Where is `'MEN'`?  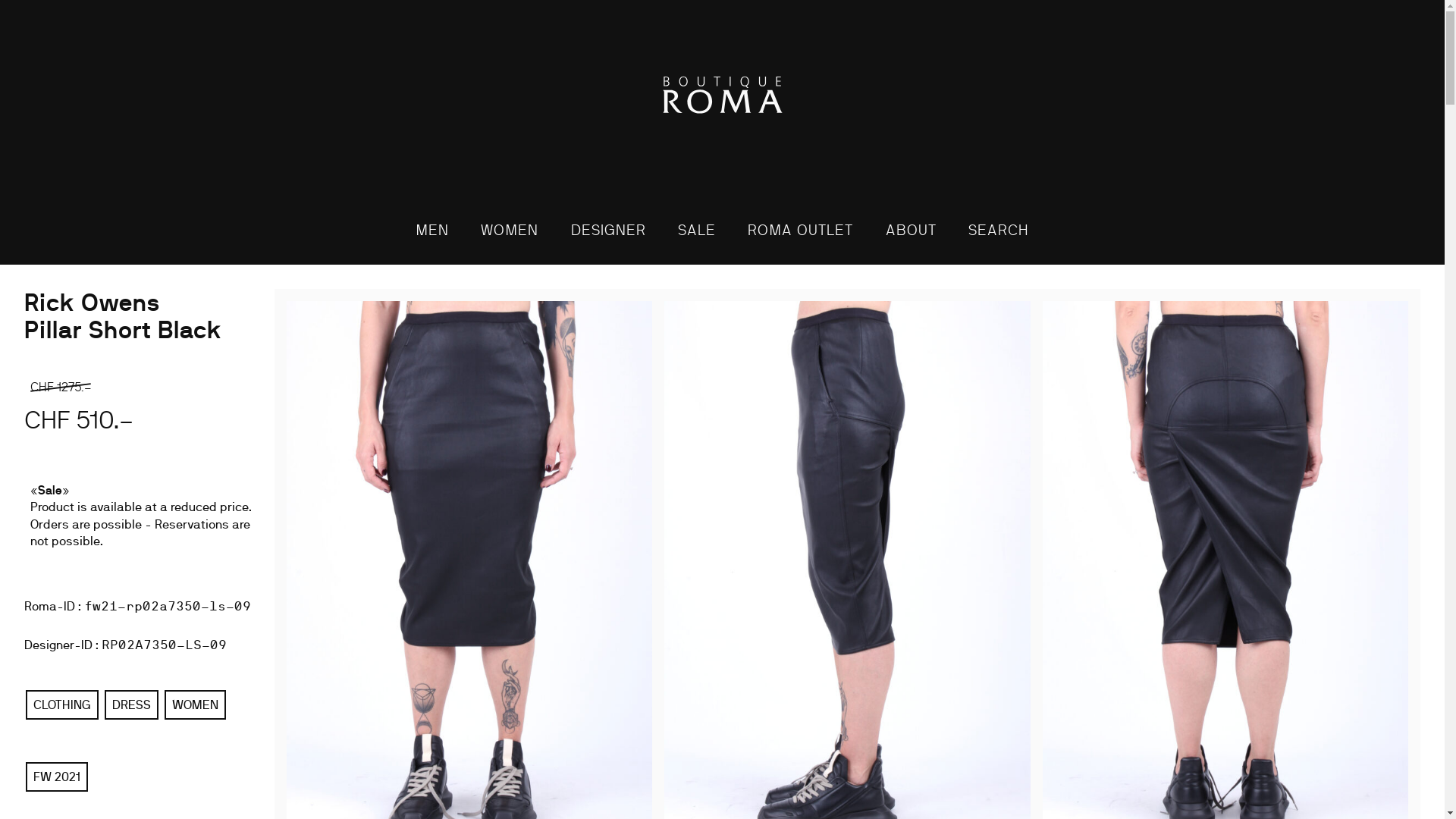
'MEN' is located at coordinates (431, 230).